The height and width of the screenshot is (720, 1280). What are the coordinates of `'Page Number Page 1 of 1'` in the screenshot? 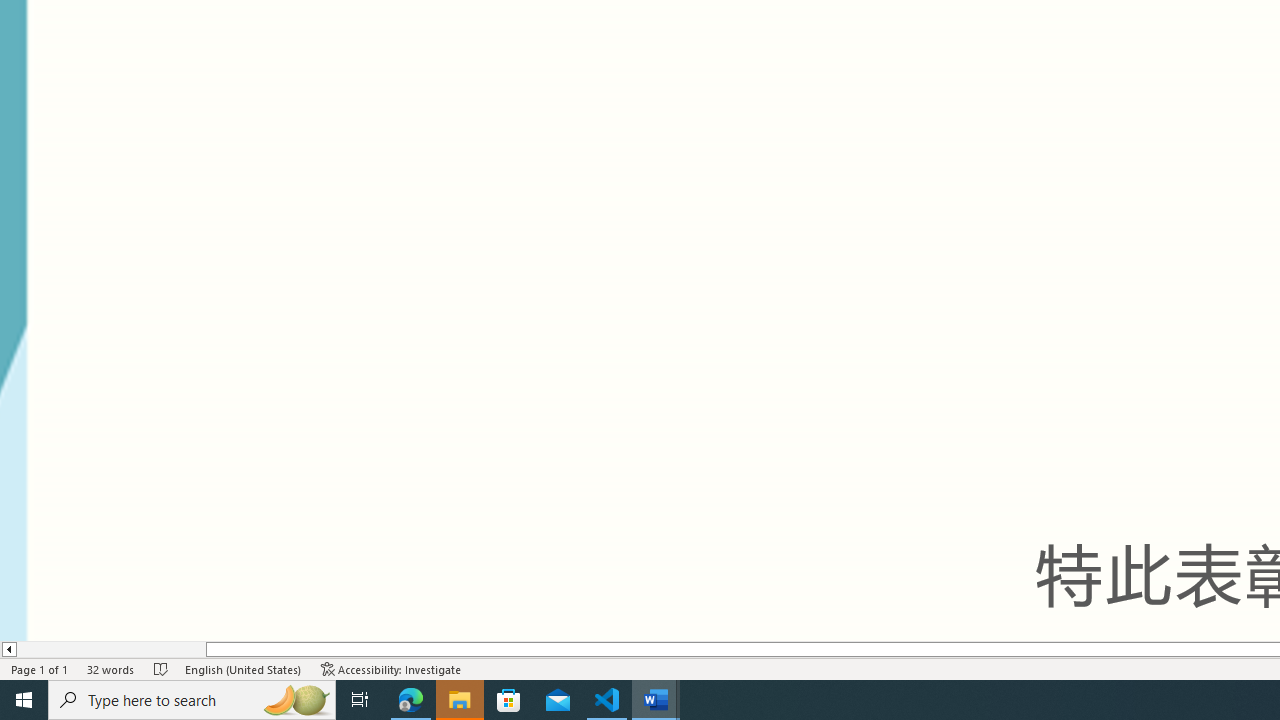 It's located at (40, 669).